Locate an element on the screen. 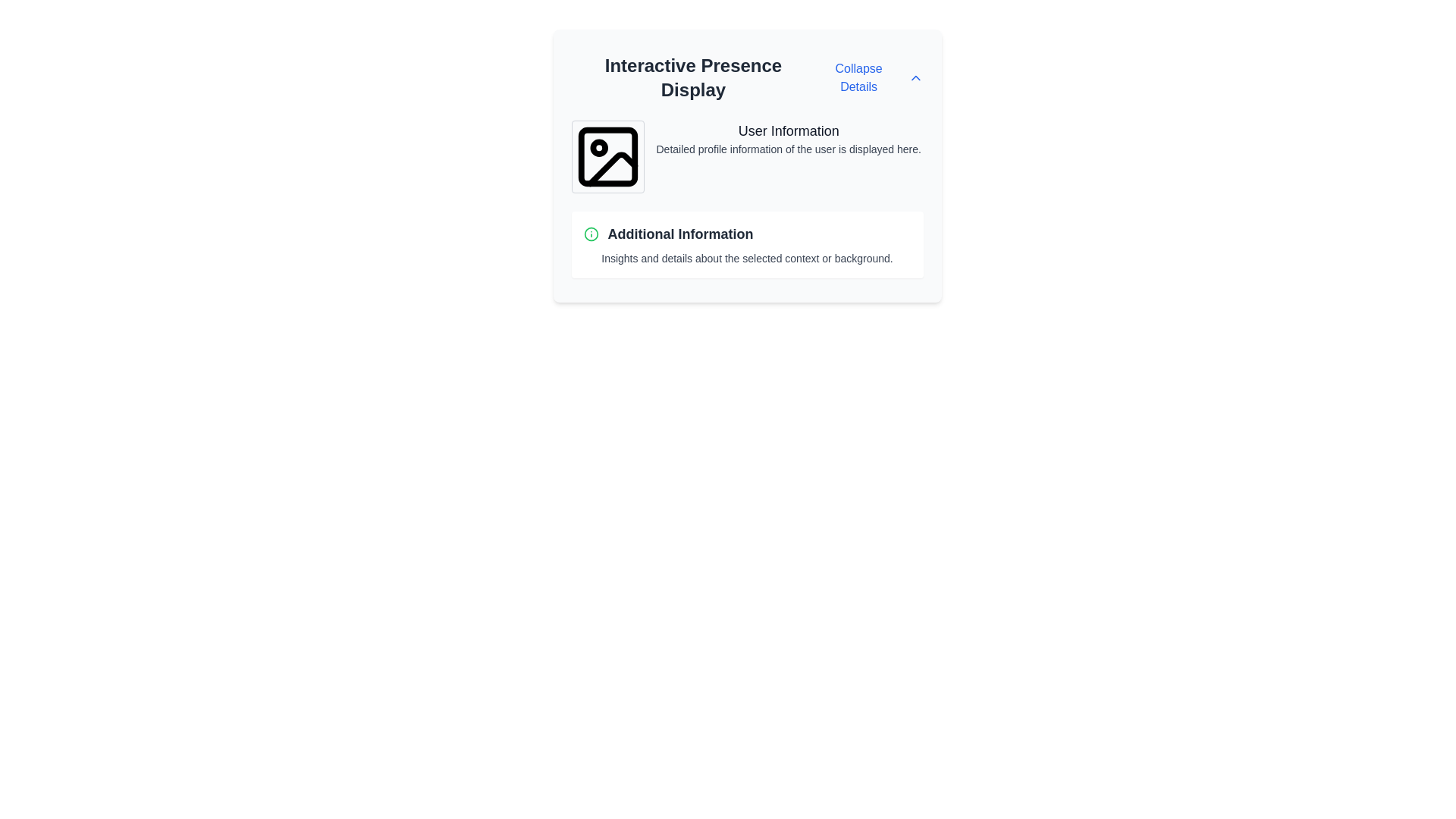  the static label or text heading that reads 'Interactive Presence Display', which is a prominent title in a large, bold dark gray font located near the top of the interface is located at coordinates (692, 78).